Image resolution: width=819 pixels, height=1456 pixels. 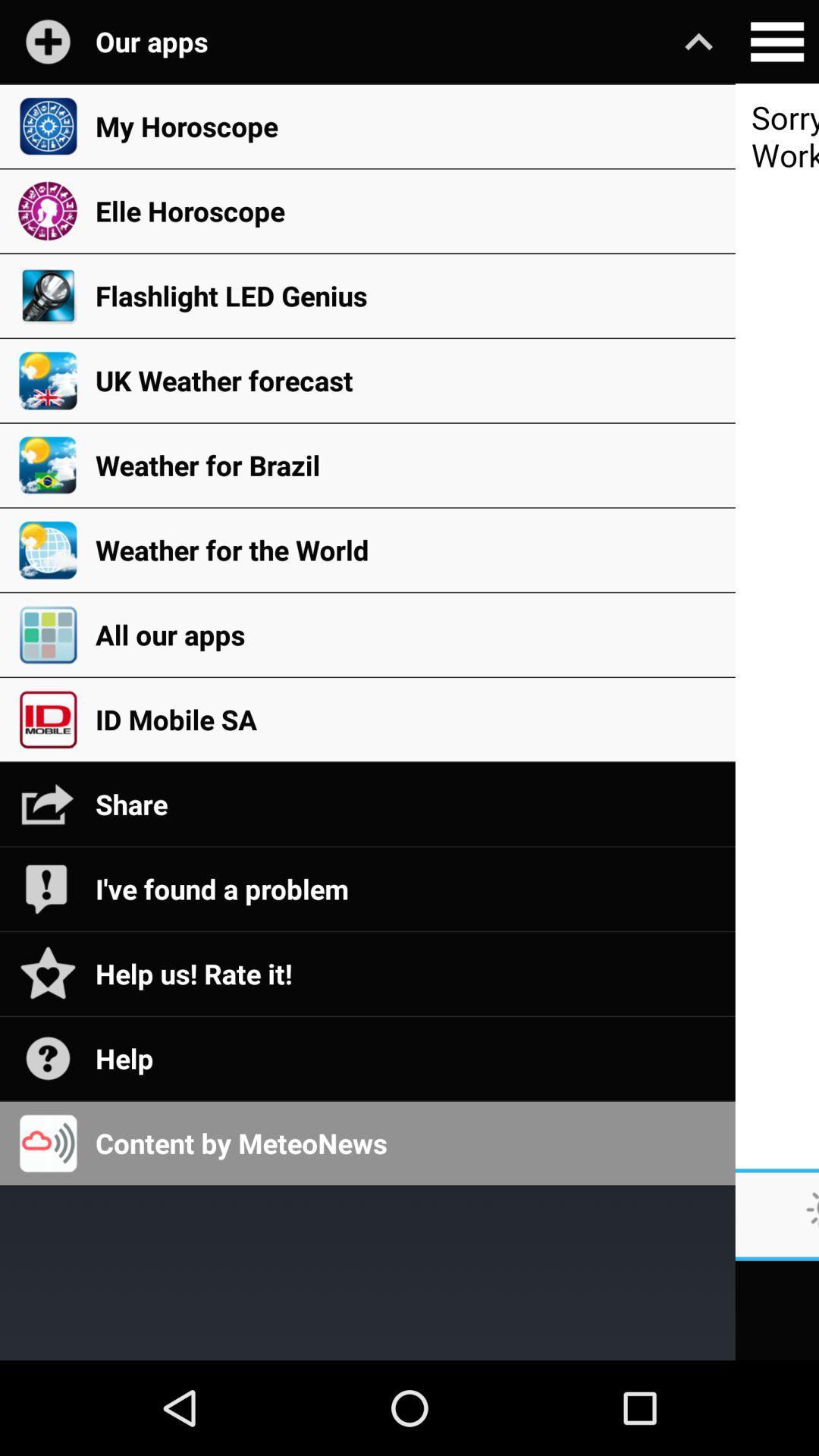 I want to click on menu icon, so click(x=777, y=42).